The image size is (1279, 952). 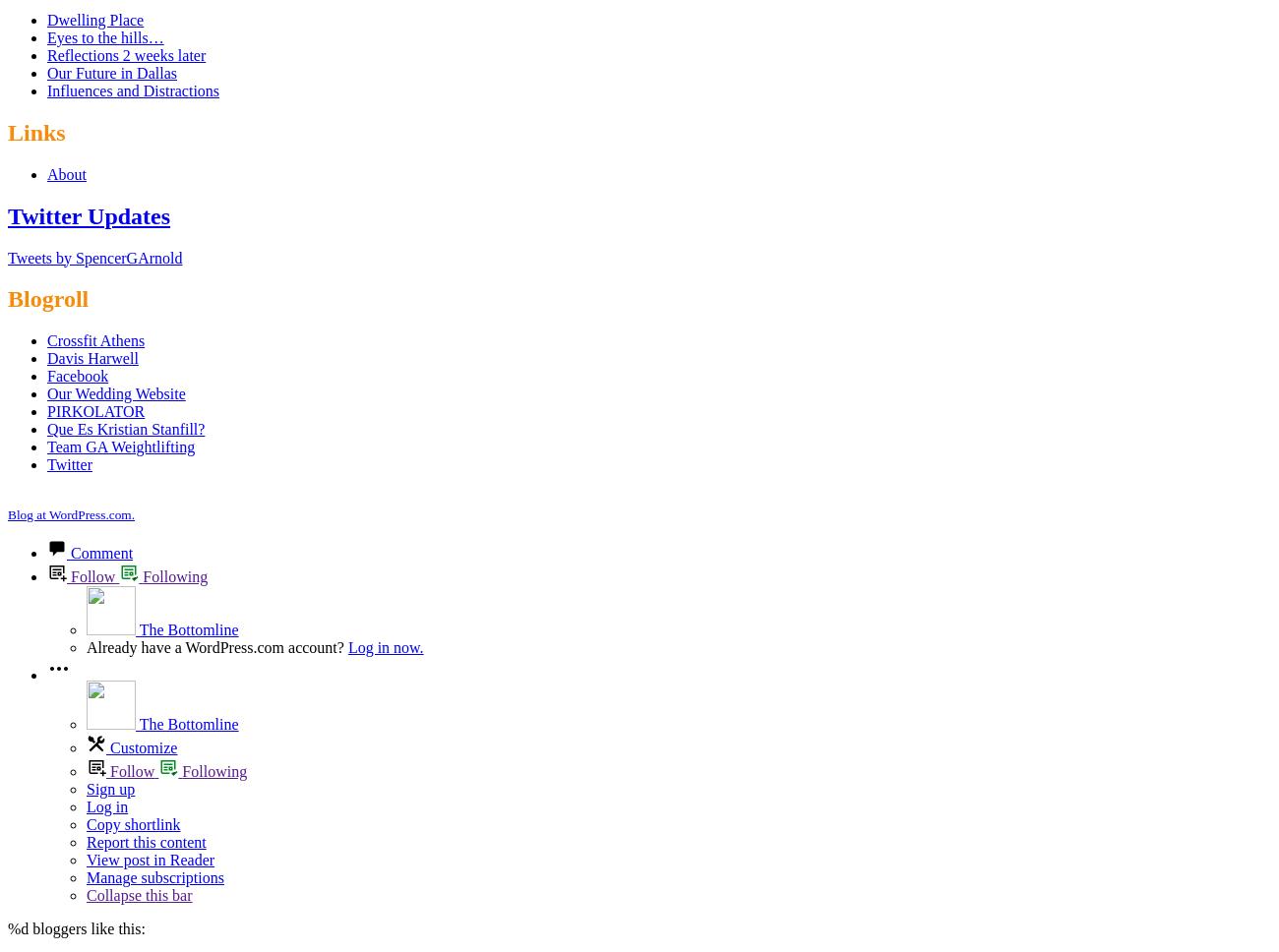 I want to click on 'Customize', so click(x=109, y=747).